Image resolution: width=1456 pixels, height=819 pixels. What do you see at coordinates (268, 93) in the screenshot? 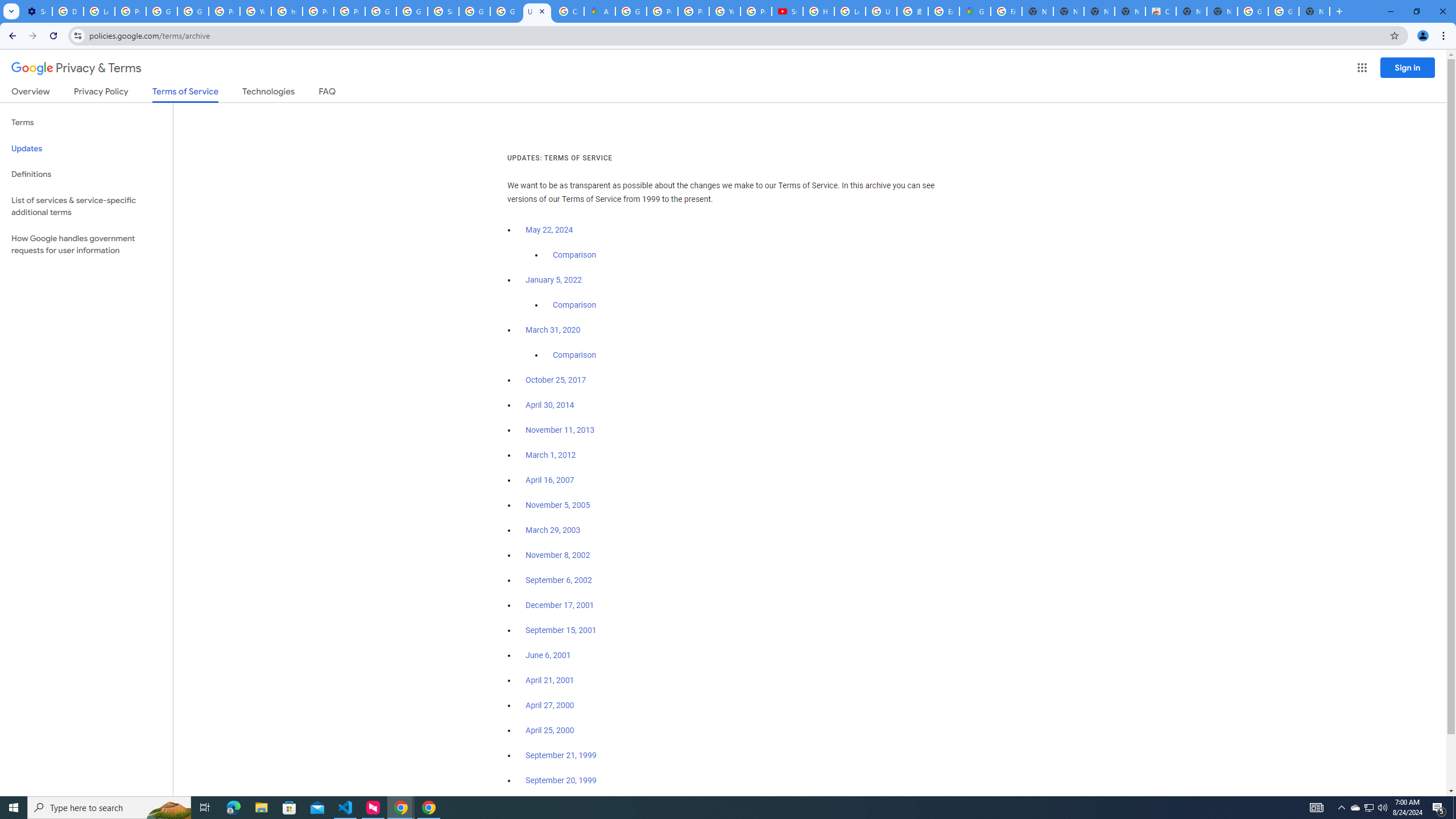
I see `'Technologies'` at bounding box center [268, 93].